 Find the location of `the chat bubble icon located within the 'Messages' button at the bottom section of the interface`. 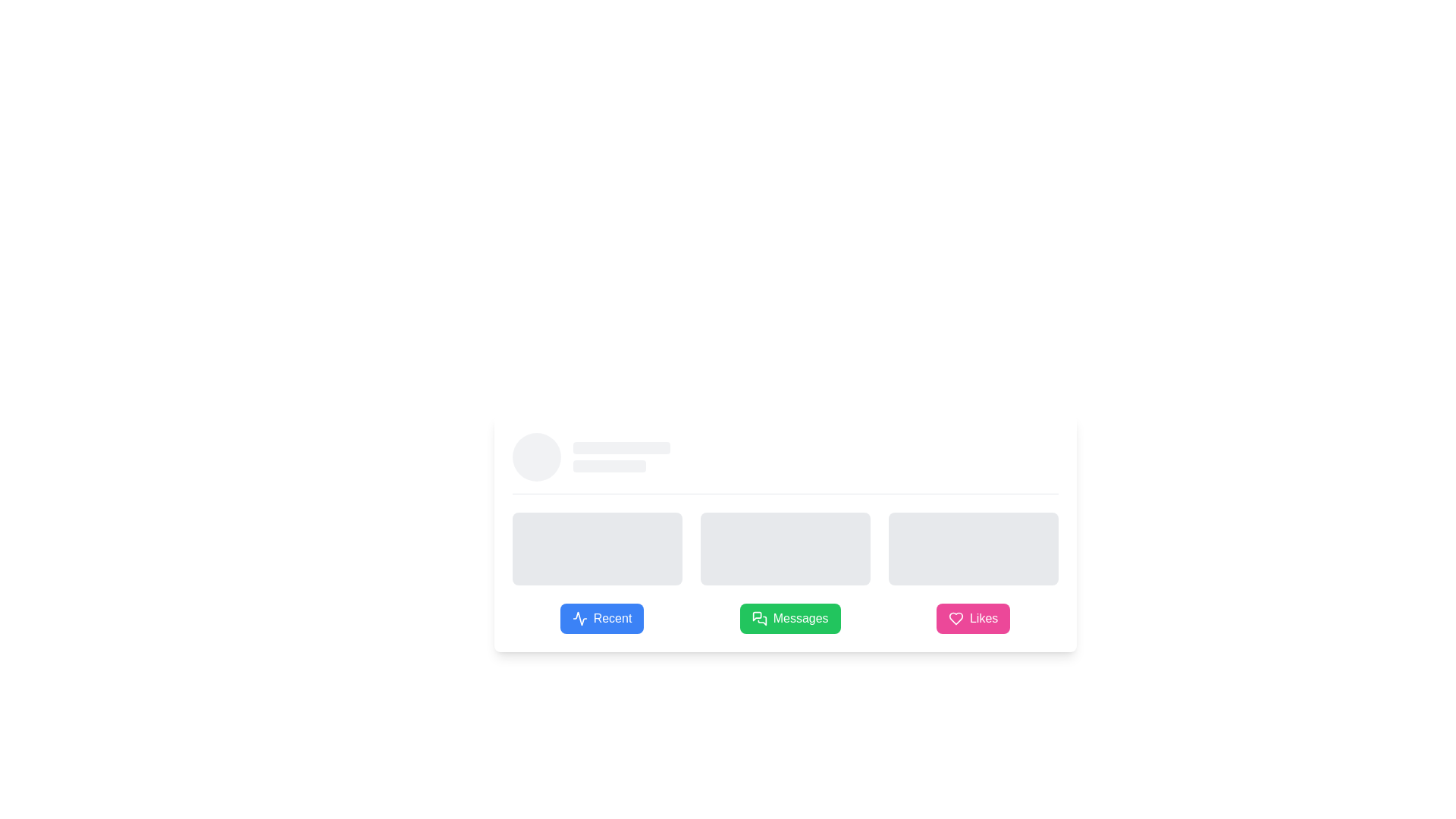

the chat bubble icon located within the 'Messages' button at the bottom section of the interface is located at coordinates (757, 617).